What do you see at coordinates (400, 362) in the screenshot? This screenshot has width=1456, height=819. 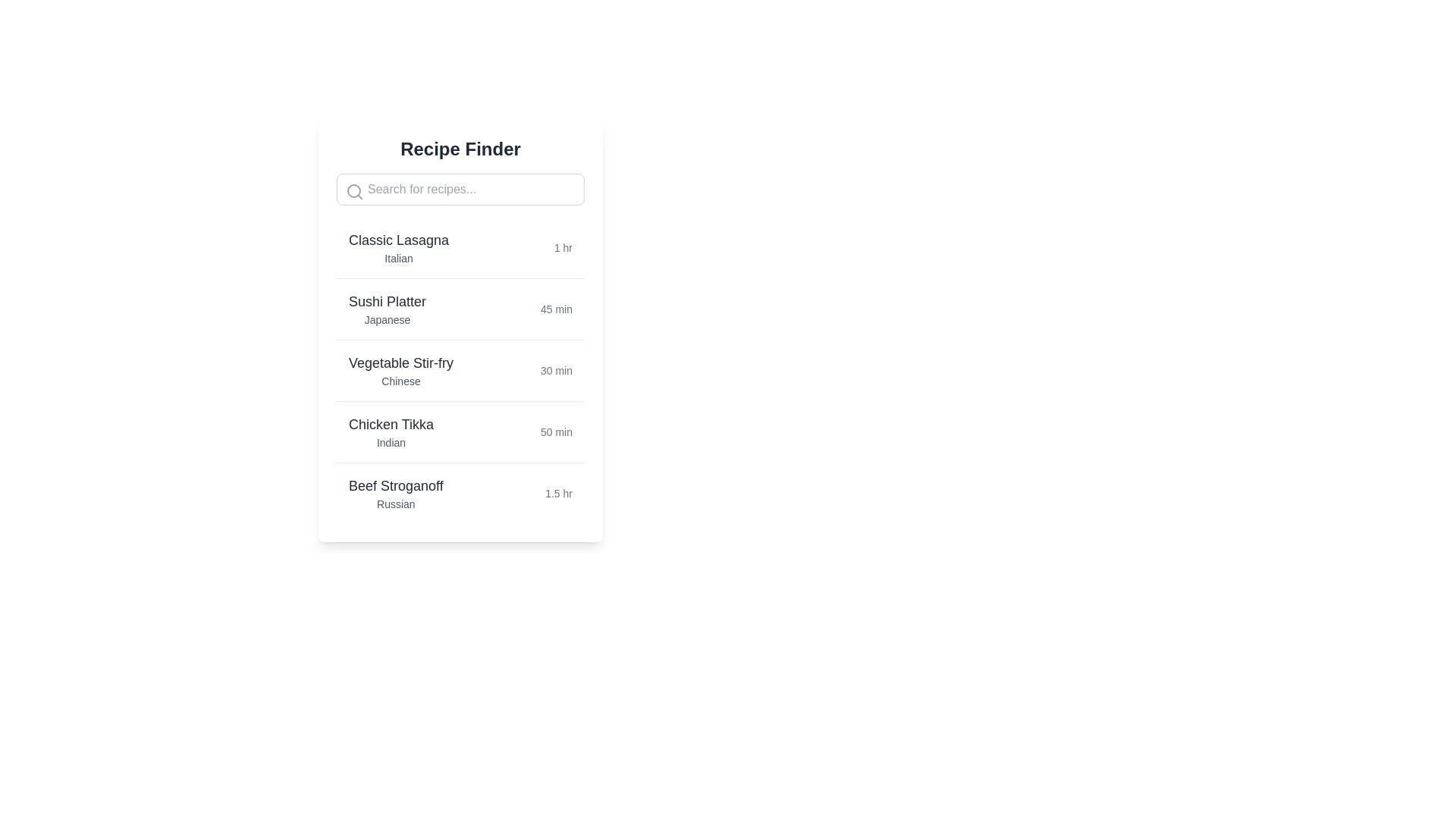 I see `the text label indicating the name of the dish in the recipe listing interface, which is positioned centrally below 'Sushi Platter' and above 'Chicken Tikka'` at bounding box center [400, 362].